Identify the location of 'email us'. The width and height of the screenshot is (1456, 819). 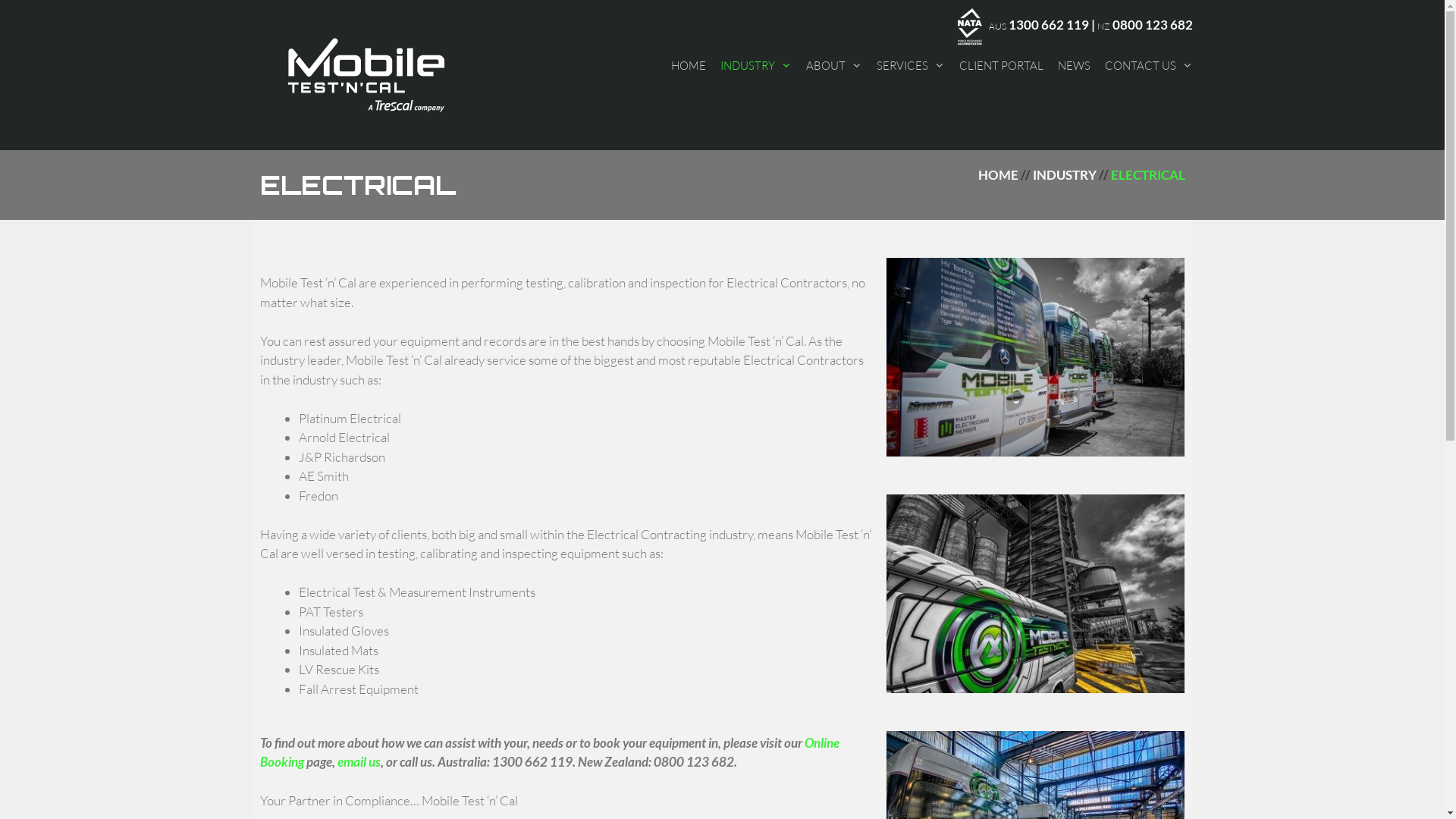
(357, 761).